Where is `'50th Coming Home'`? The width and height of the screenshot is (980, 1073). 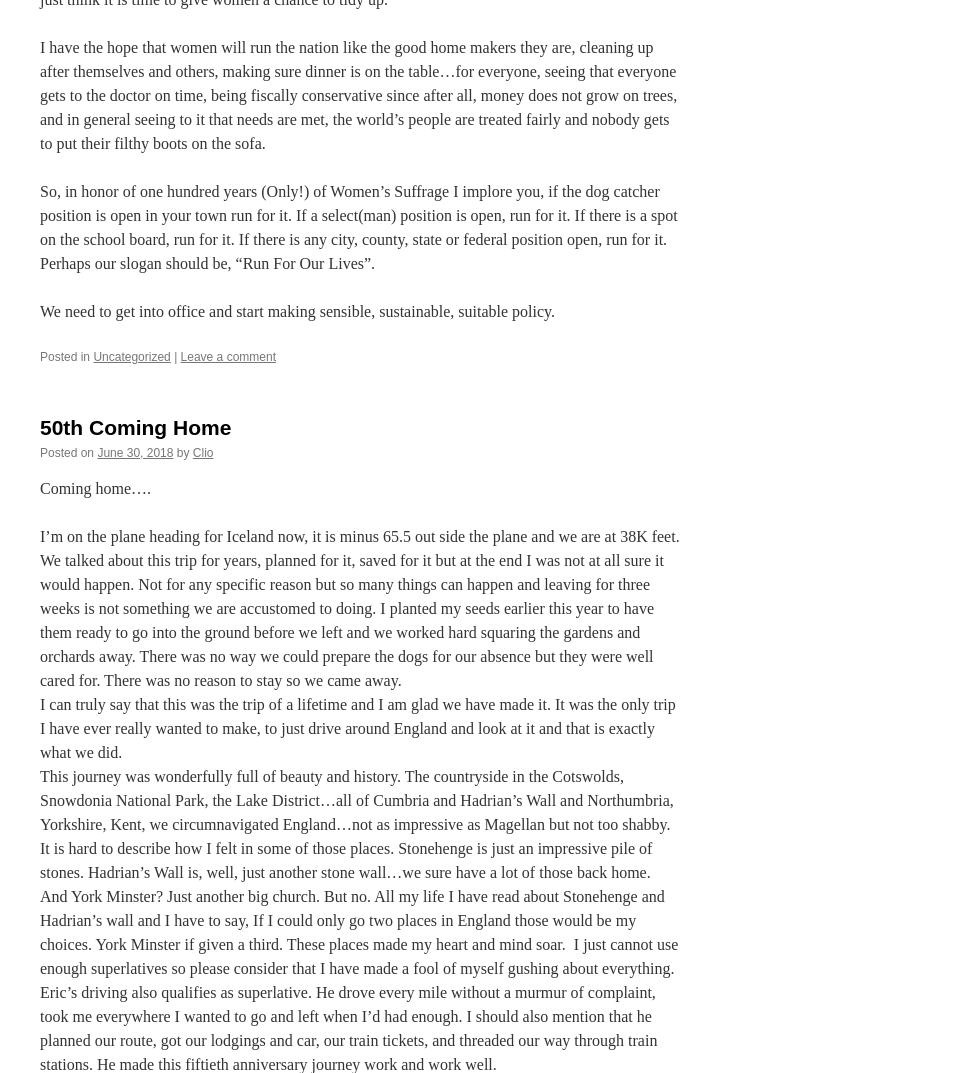
'50th Coming Home' is located at coordinates (135, 426).